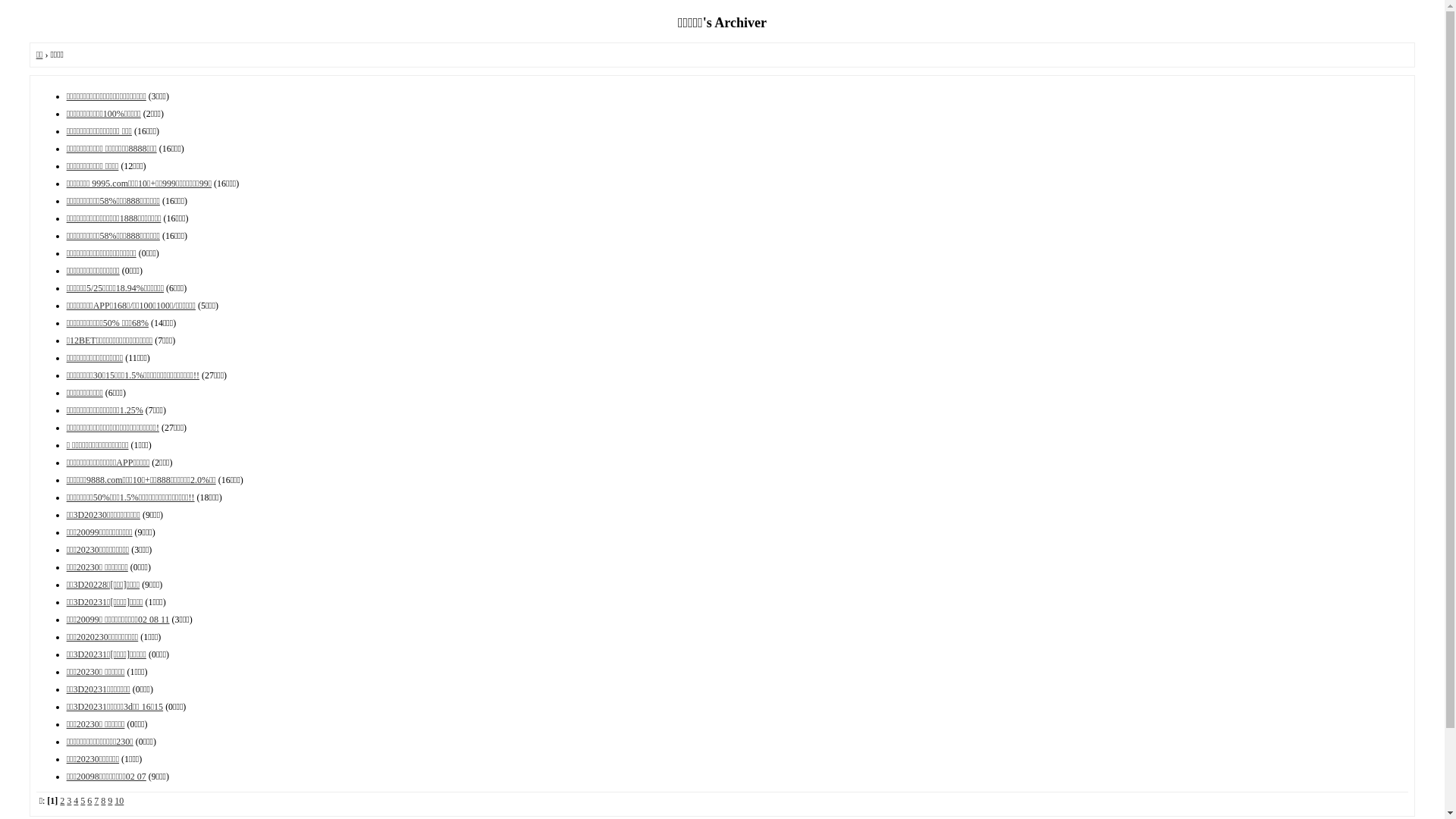  I want to click on '7', so click(95, 800).